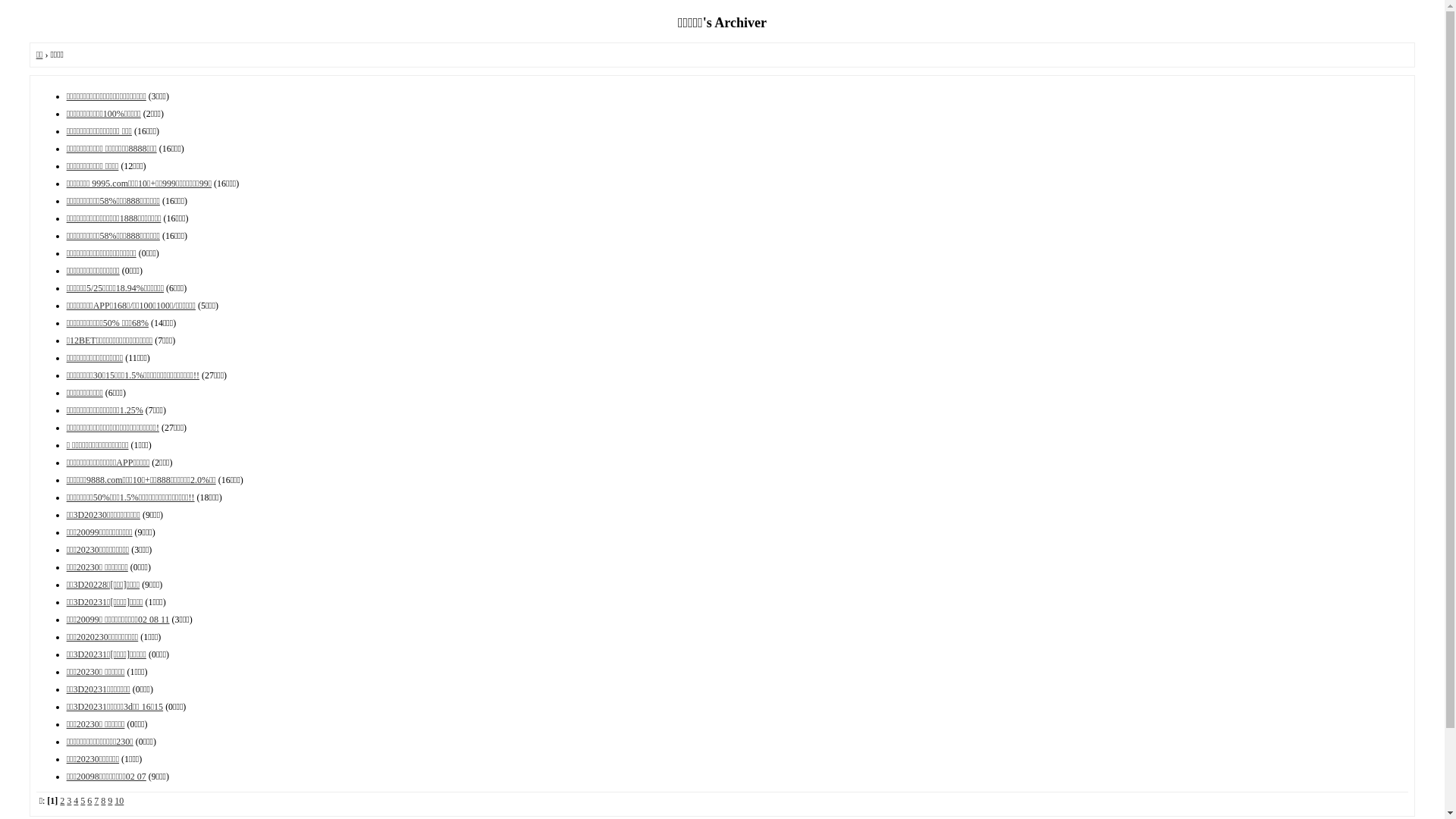  I want to click on '7', so click(95, 800).